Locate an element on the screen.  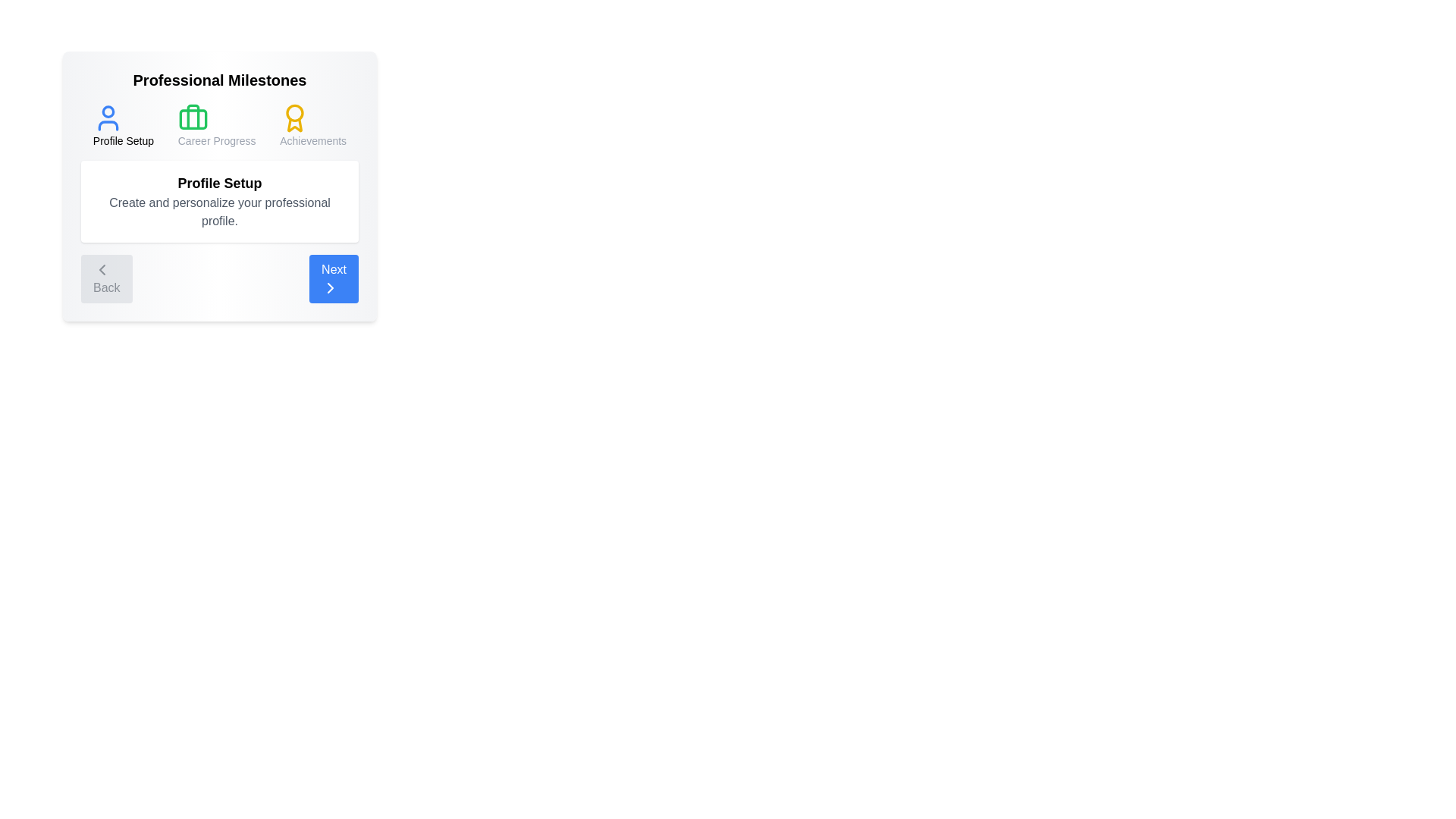
the icon representing the Achievements stage to view its details is located at coordinates (295, 117).